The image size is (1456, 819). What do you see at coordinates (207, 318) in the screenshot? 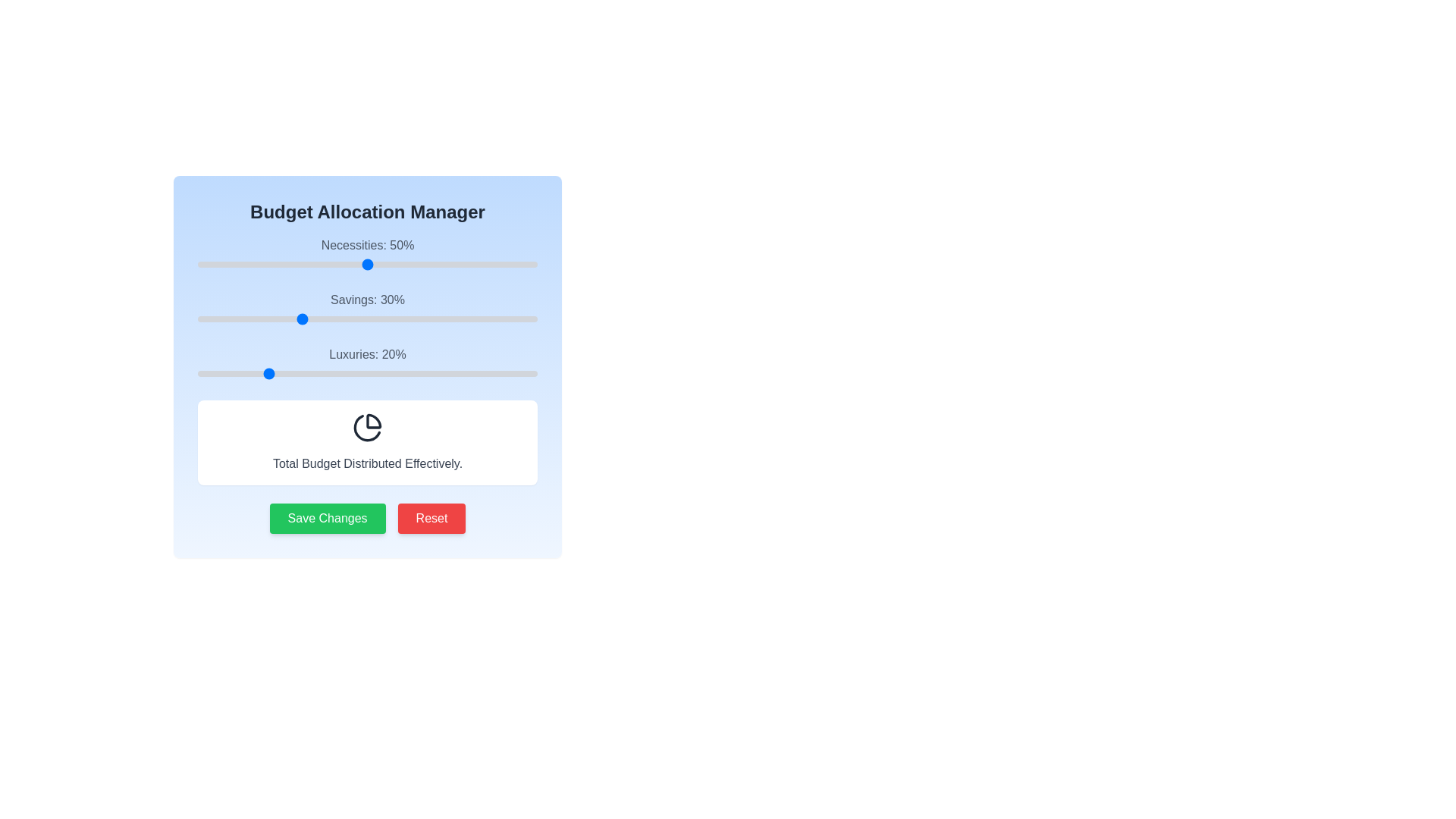
I see `the savings percentage` at bounding box center [207, 318].